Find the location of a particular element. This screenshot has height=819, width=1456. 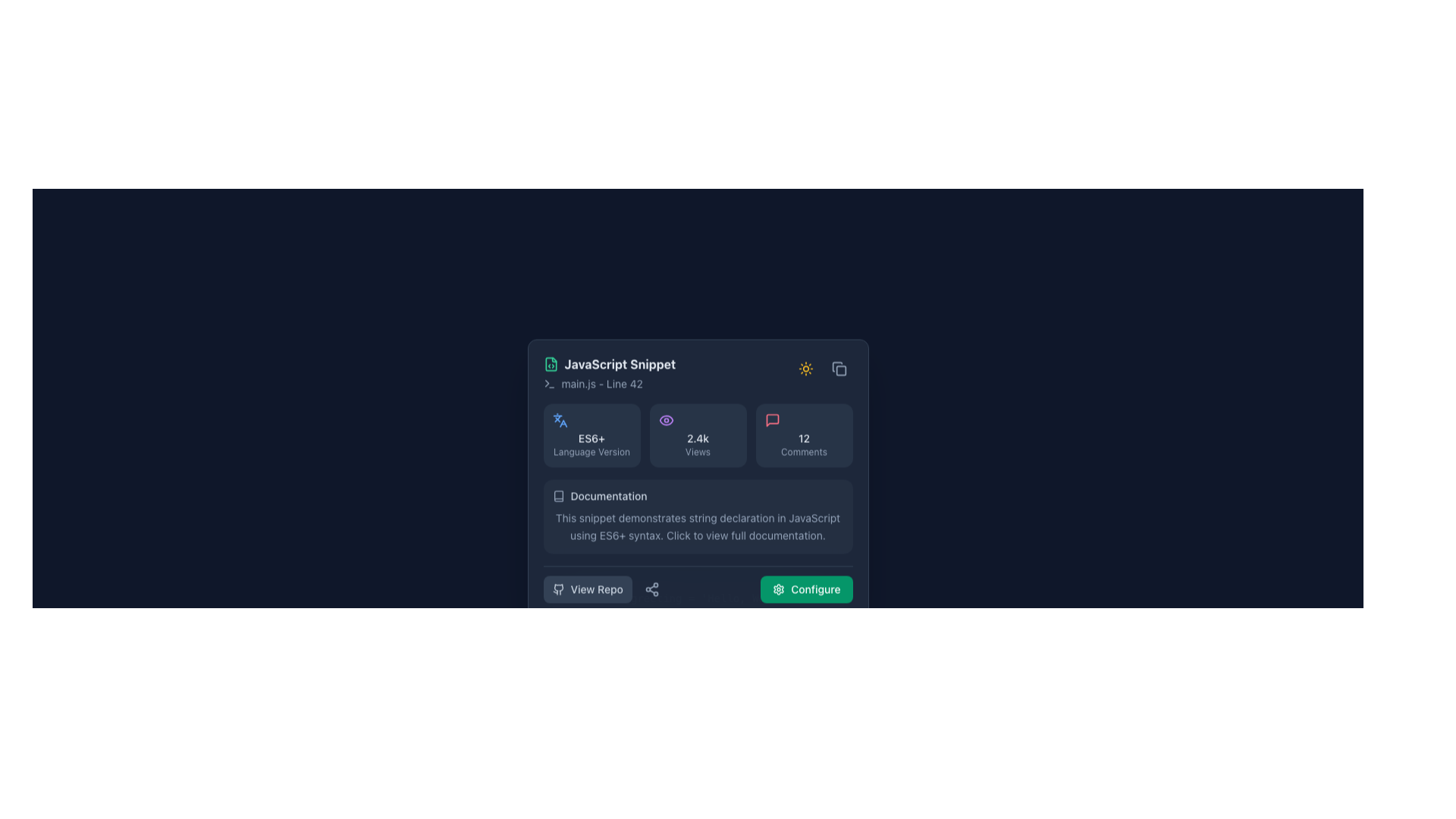

the Text label that indicates the context of the '2.4k' views metric, located directly below the numerical representation of views is located at coordinates (697, 451).